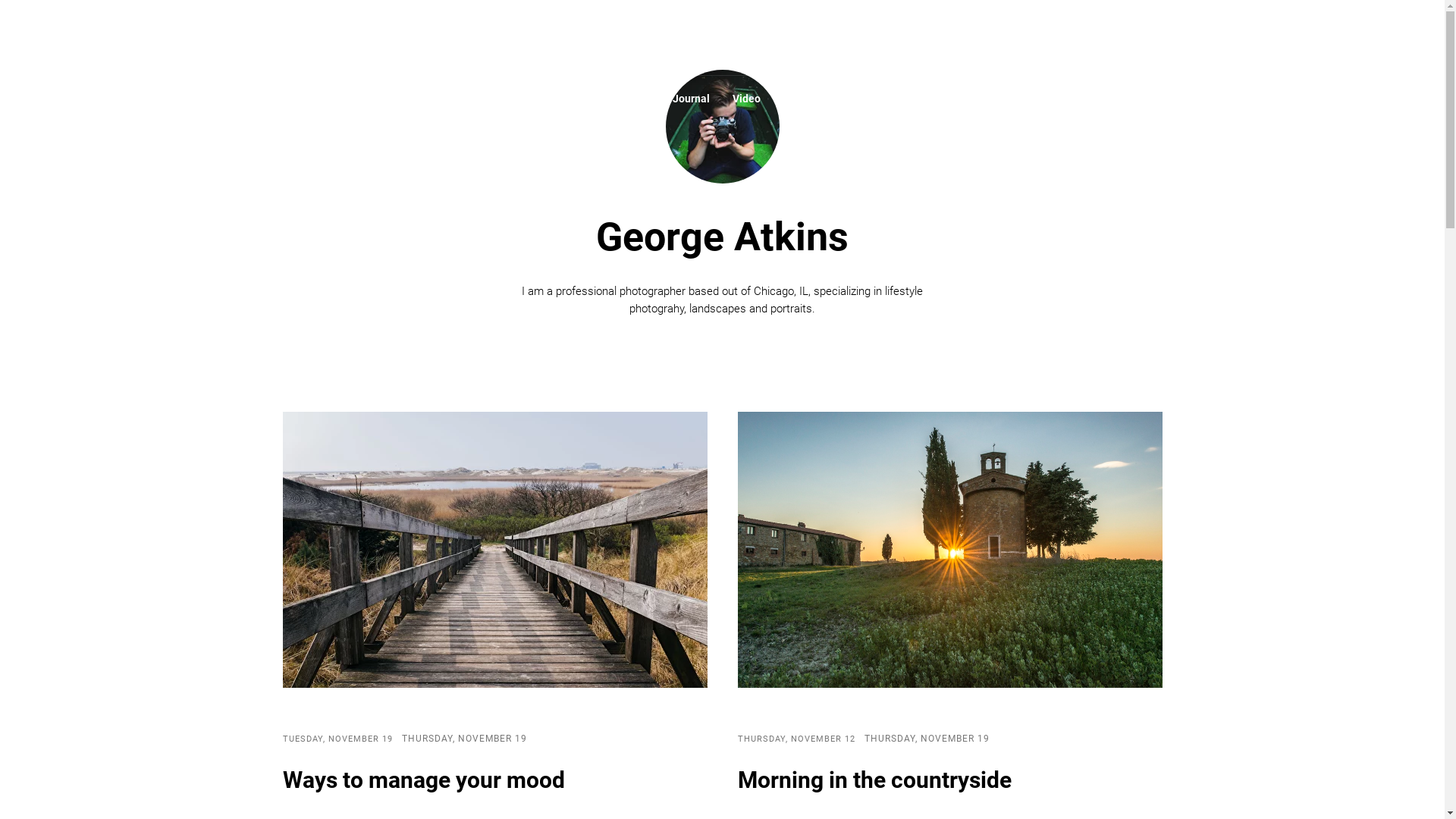 The image size is (1456, 819). Describe the element at coordinates (792, 99) in the screenshot. I see `'Tour'` at that location.